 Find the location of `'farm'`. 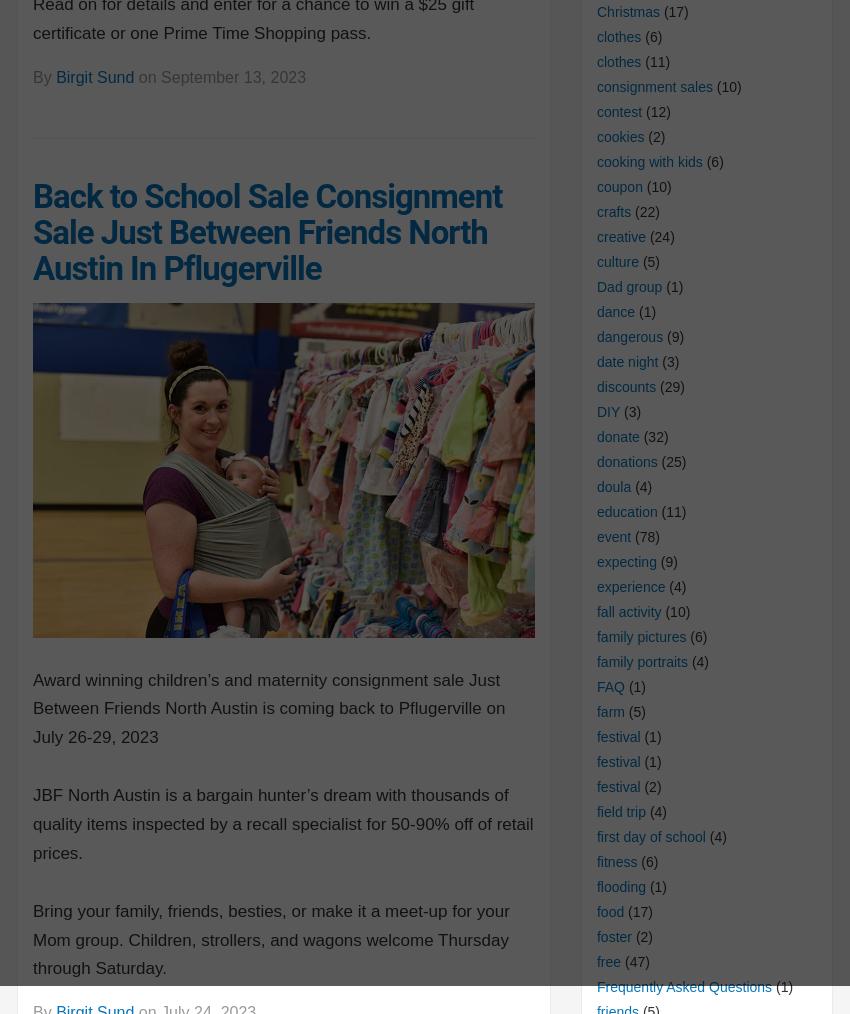

'farm' is located at coordinates (608, 710).